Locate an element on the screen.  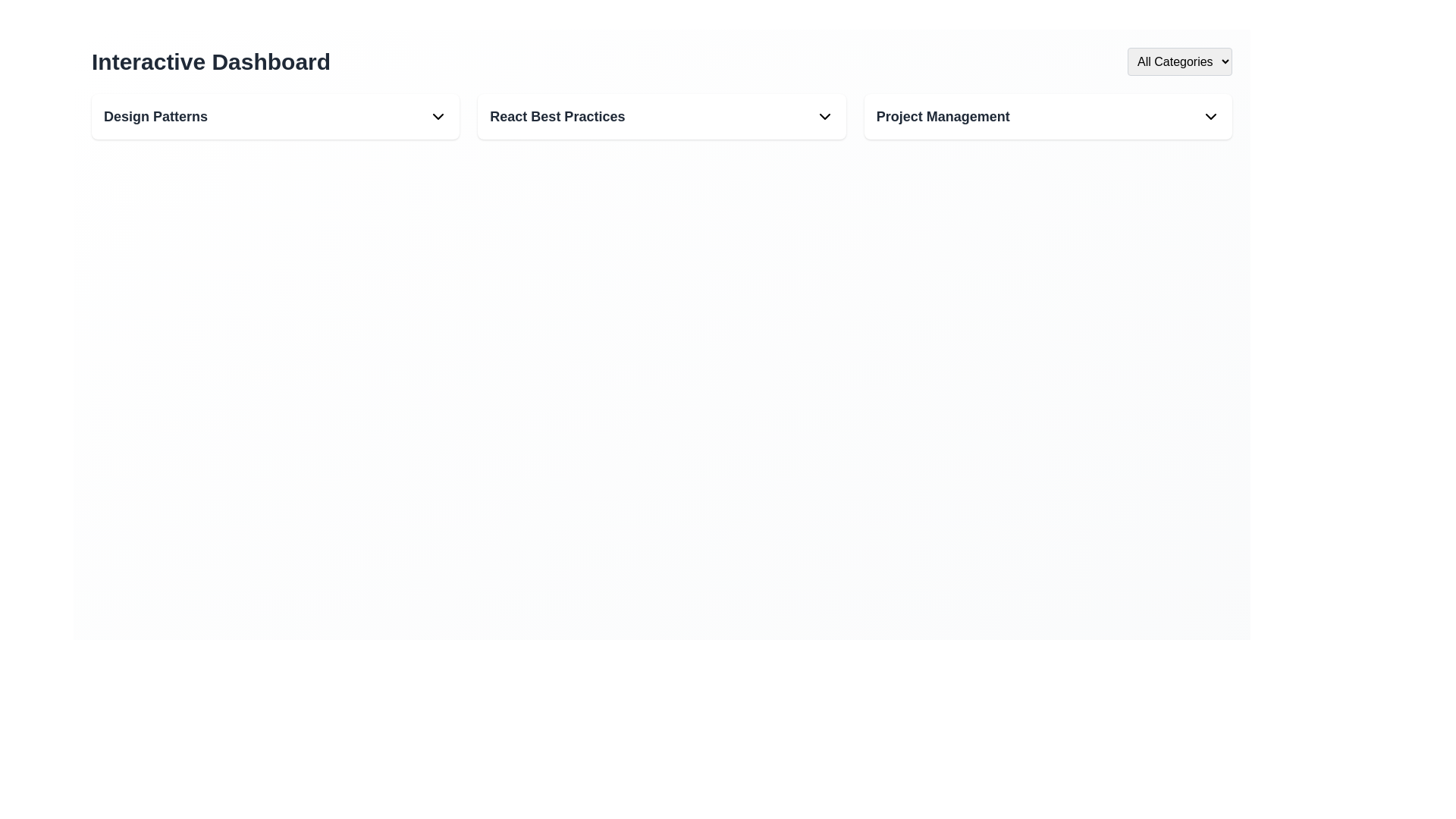
the dropdown menu located in the top-right corner of the header section to enable keyboard navigation is located at coordinates (1178, 61).